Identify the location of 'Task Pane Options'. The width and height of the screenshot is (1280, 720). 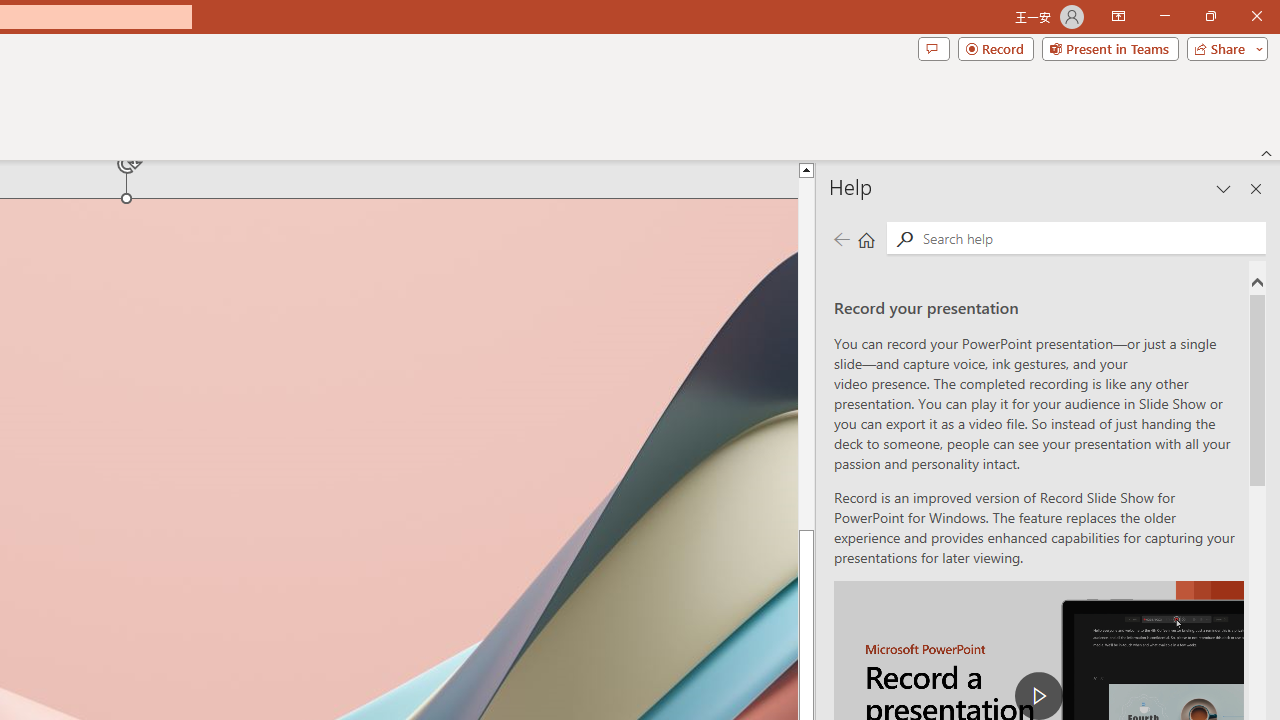
(1223, 189).